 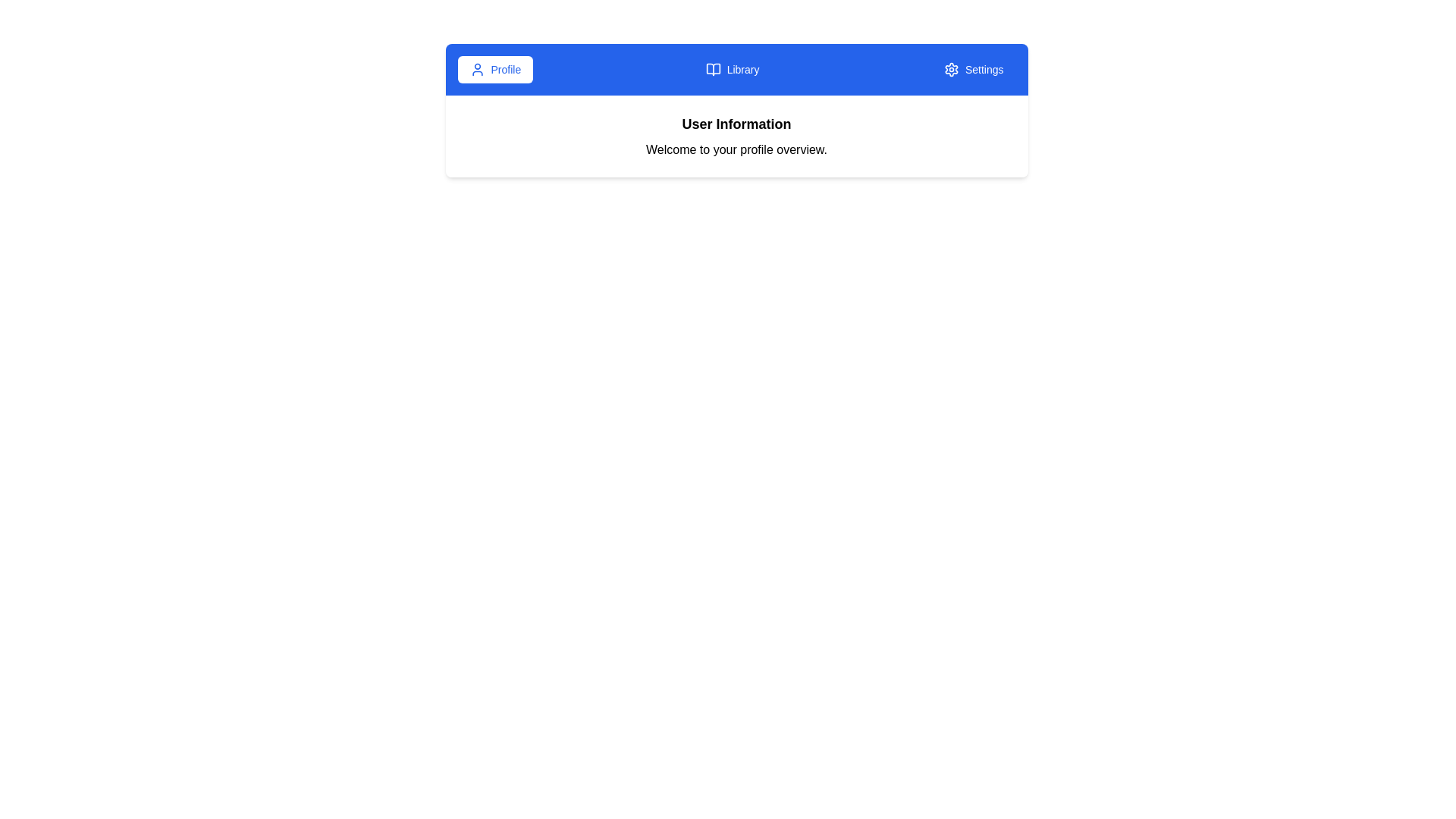 I want to click on the settings icon located in the top-right corner of the navigation bar next to the 'Settings' text, so click(x=950, y=70).